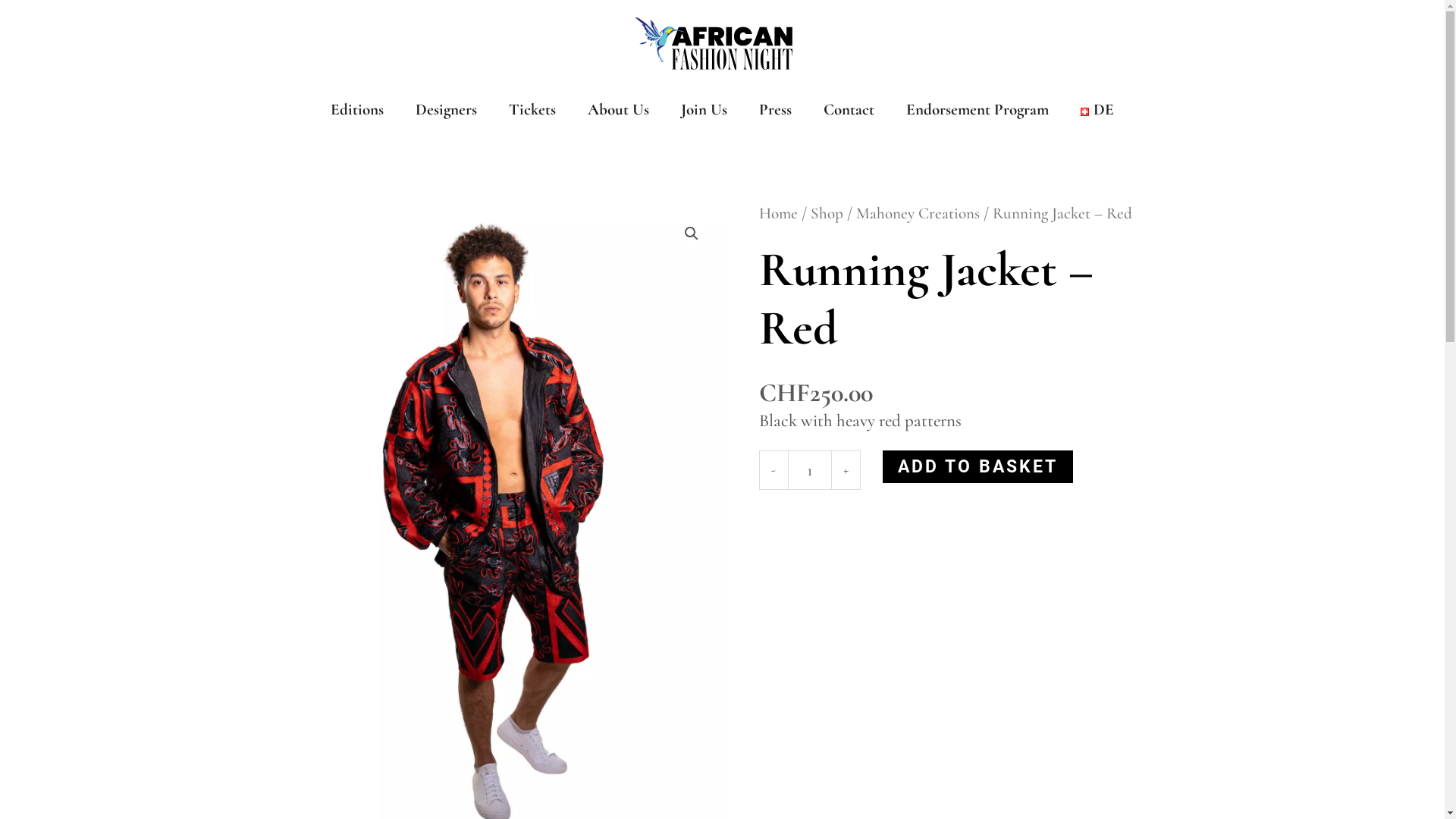  What do you see at coordinates (777, 213) in the screenshot?
I see `'Home'` at bounding box center [777, 213].